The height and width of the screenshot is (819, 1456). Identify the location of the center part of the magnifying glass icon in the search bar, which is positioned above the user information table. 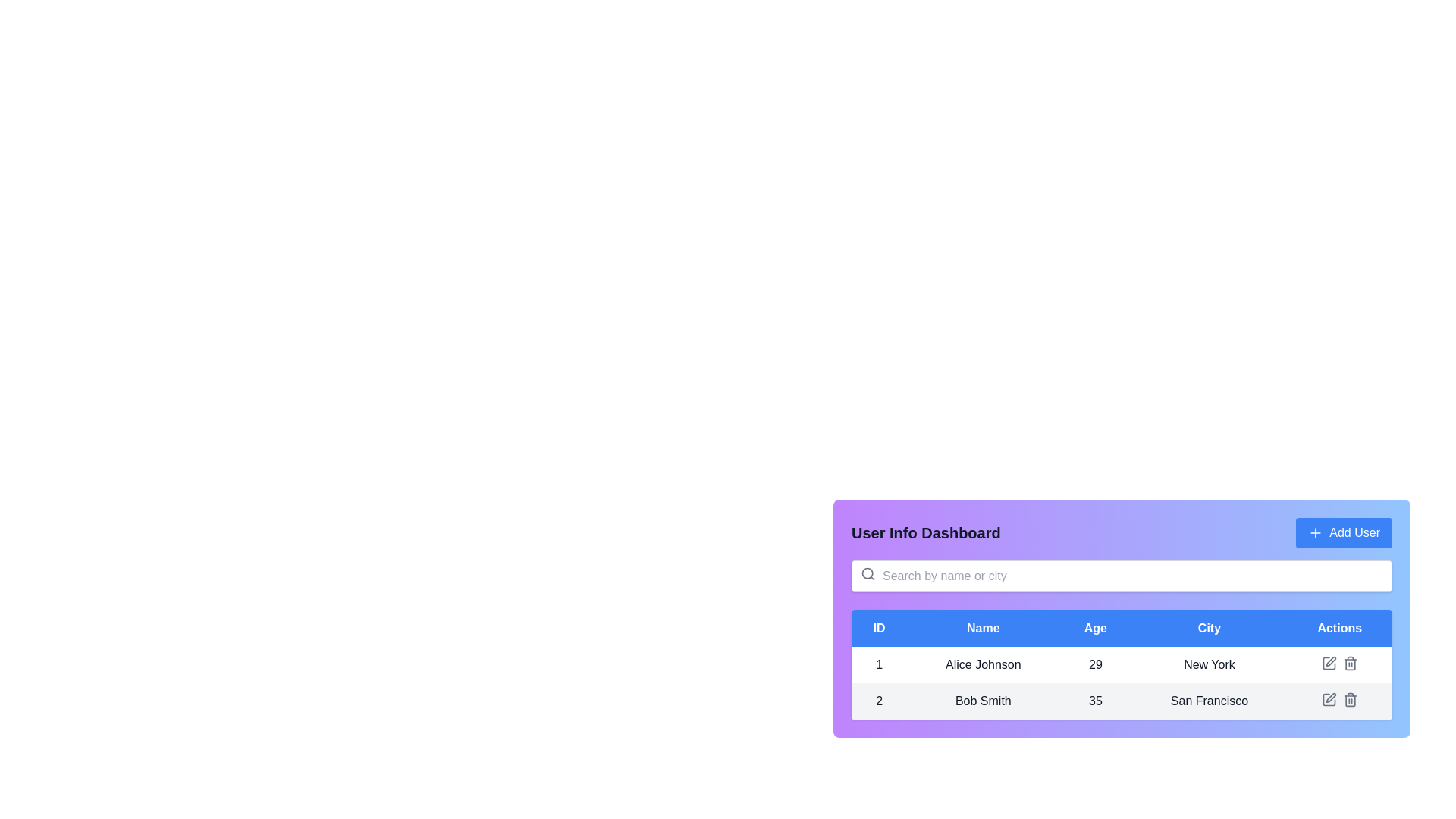
(868, 573).